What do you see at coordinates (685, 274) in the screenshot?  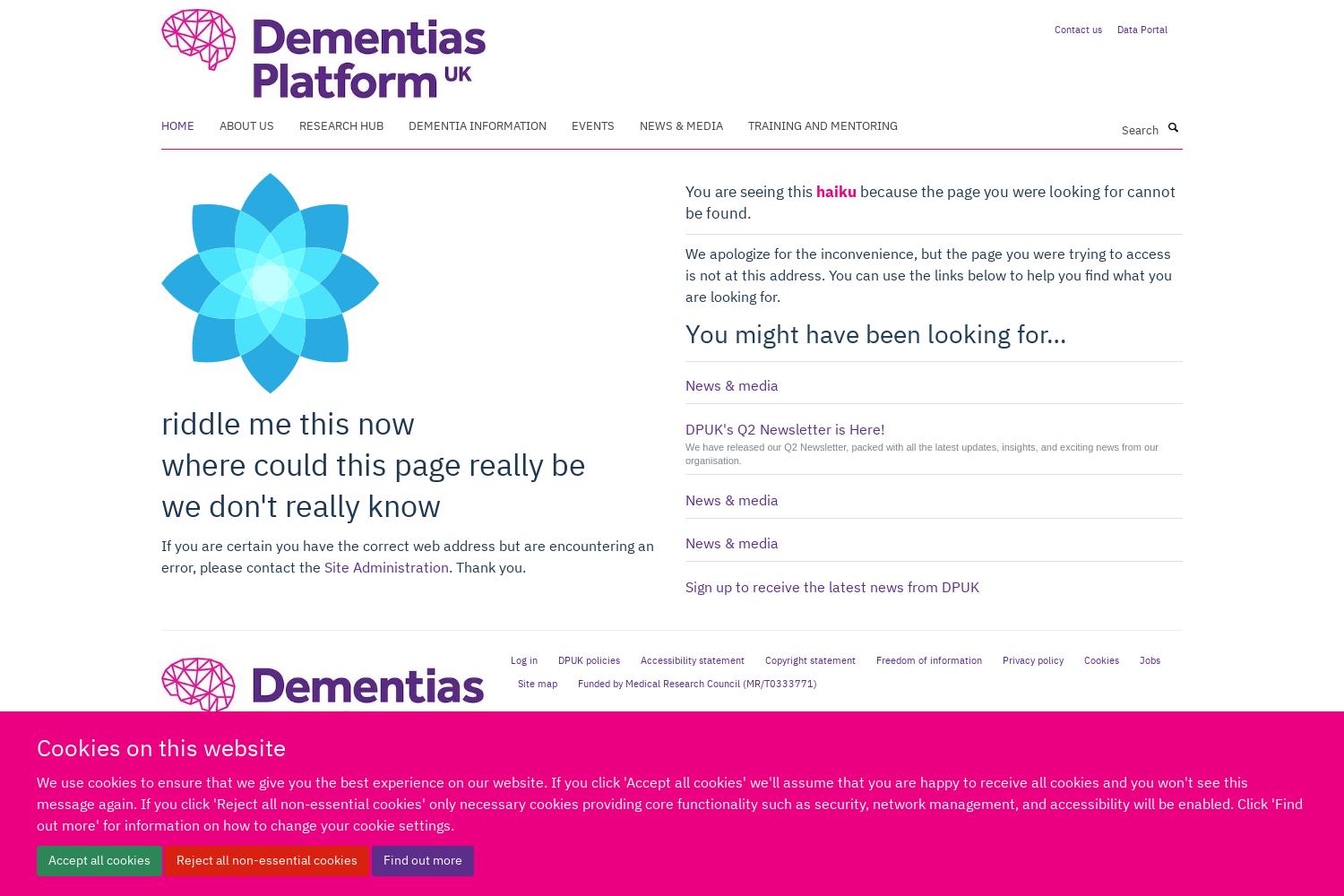 I see `'We apologize for the inconvenience, but the page you were trying to access is not at this address. You can use the links below to help you find what you are looking for.'` at bounding box center [685, 274].